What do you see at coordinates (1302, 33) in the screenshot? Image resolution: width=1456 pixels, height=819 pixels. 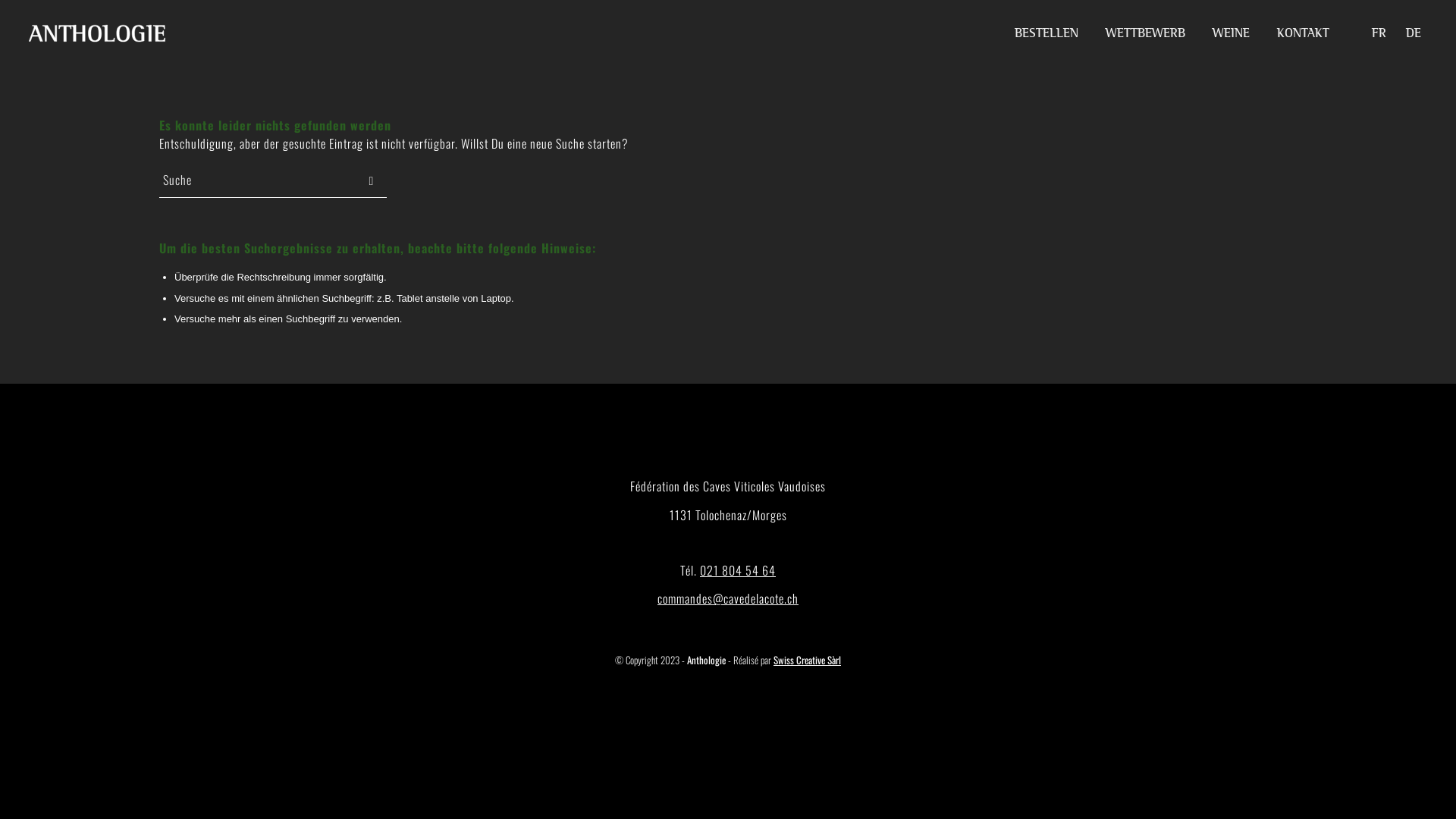 I see `'KONTAKT'` at bounding box center [1302, 33].